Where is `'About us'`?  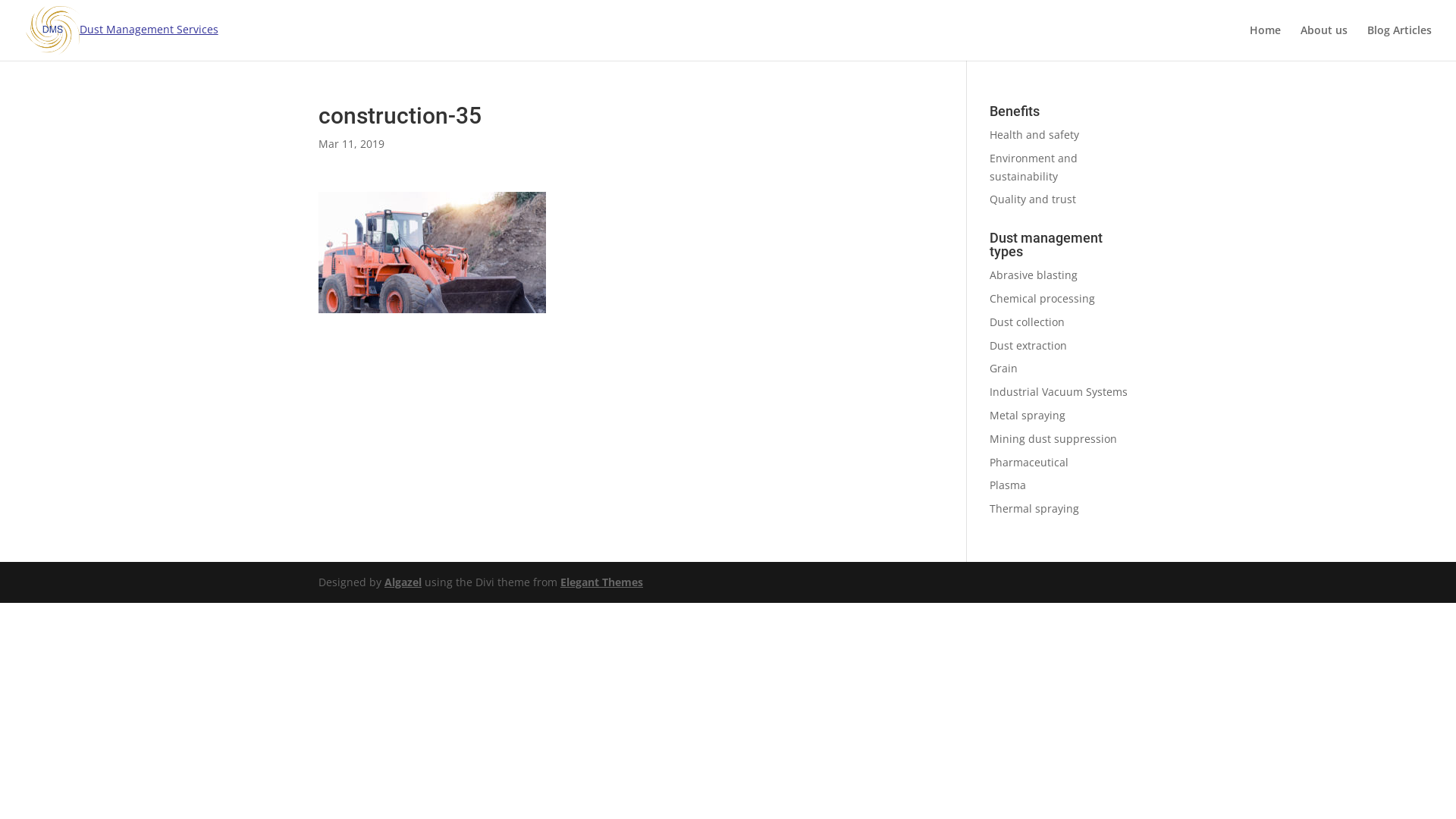
'About us' is located at coordinates (1323, 42).